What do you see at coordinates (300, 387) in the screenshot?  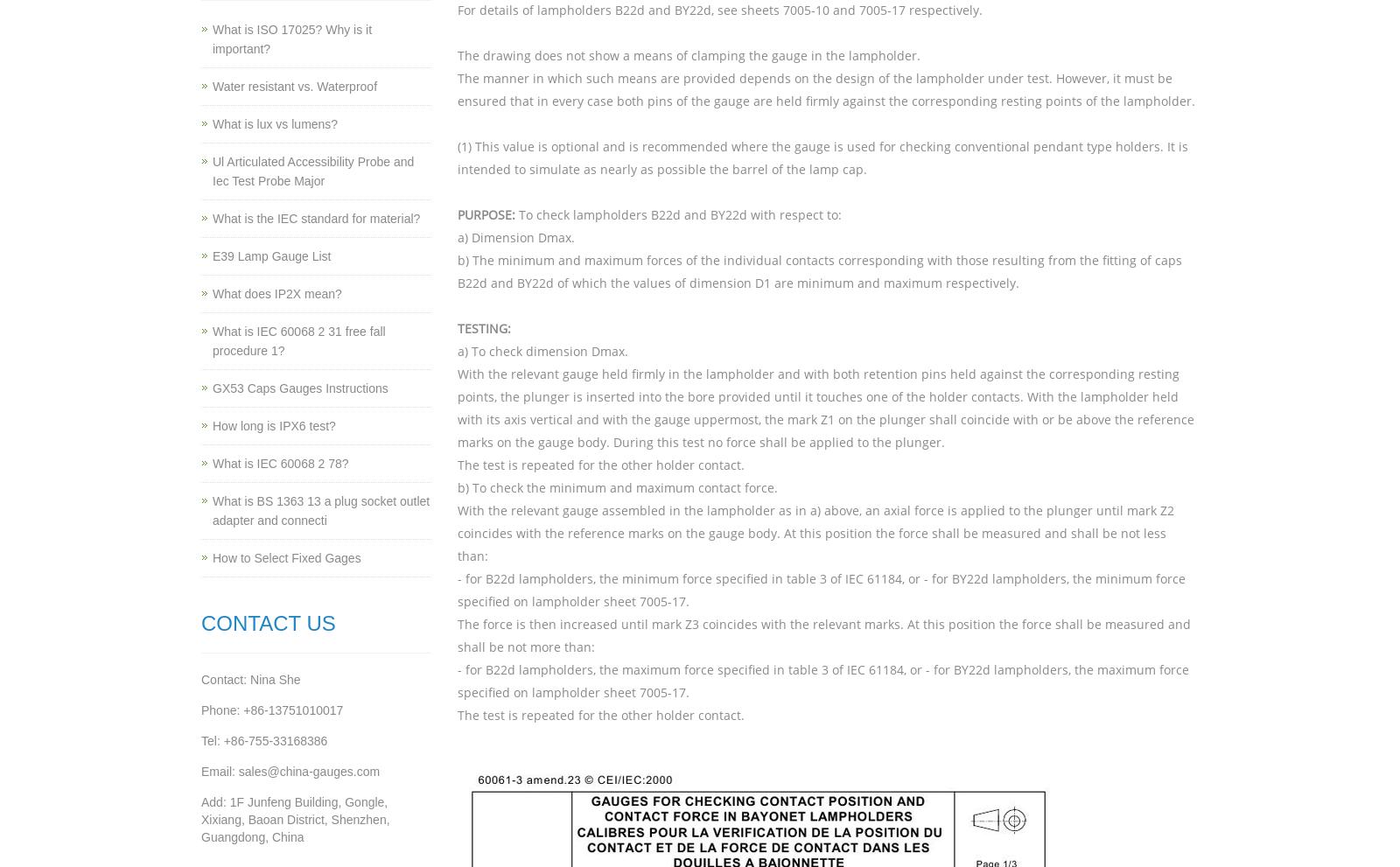 I see `'GX53 Caps Gauges Instructions'` at bounding box center [300, 387].